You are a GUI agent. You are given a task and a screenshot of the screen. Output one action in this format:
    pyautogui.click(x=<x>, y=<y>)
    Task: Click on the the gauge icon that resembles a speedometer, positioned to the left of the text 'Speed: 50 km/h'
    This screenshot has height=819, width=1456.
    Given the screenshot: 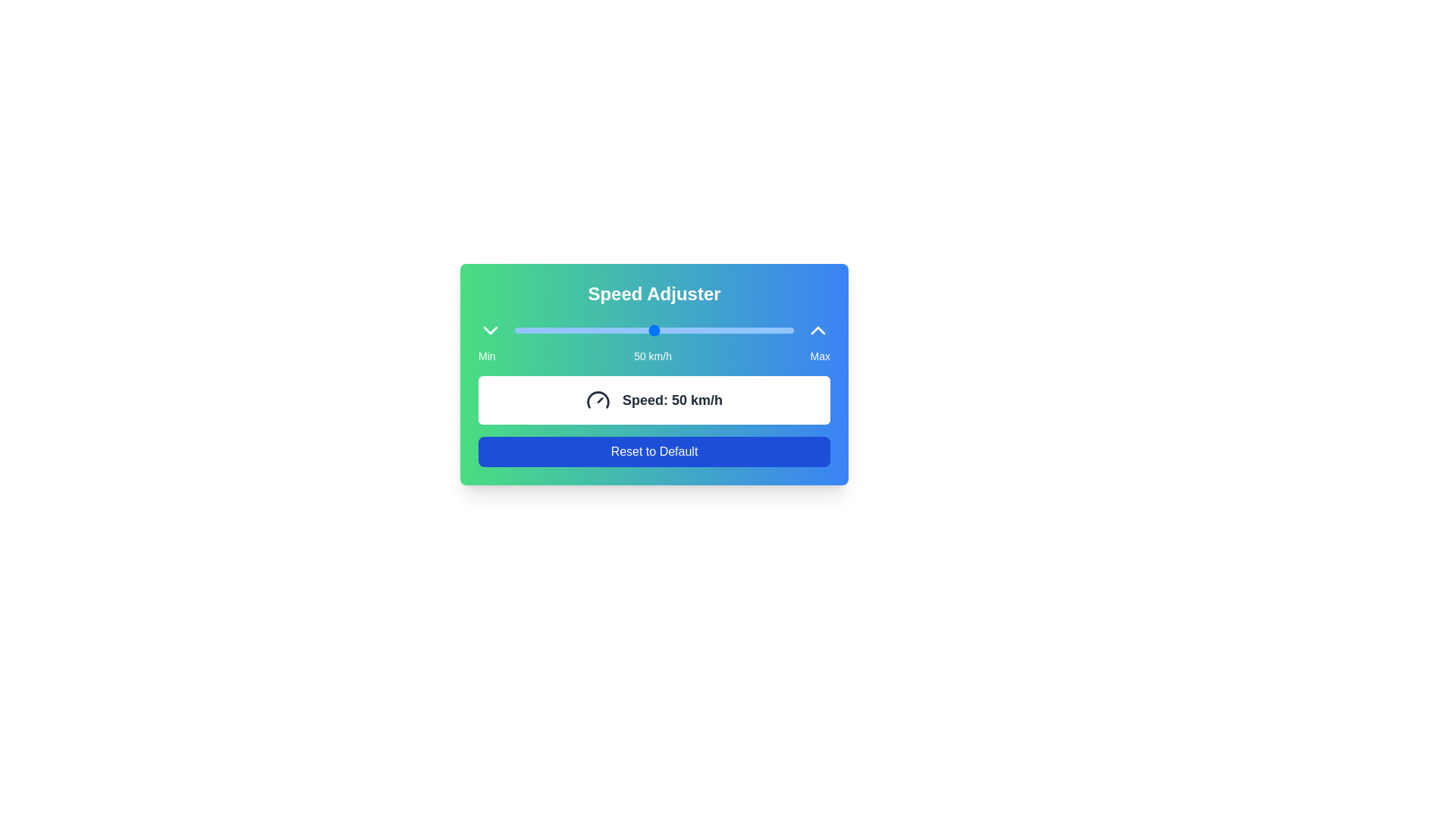 What is the action you would take?
    pyautogui.click(x=597, y=400)
    